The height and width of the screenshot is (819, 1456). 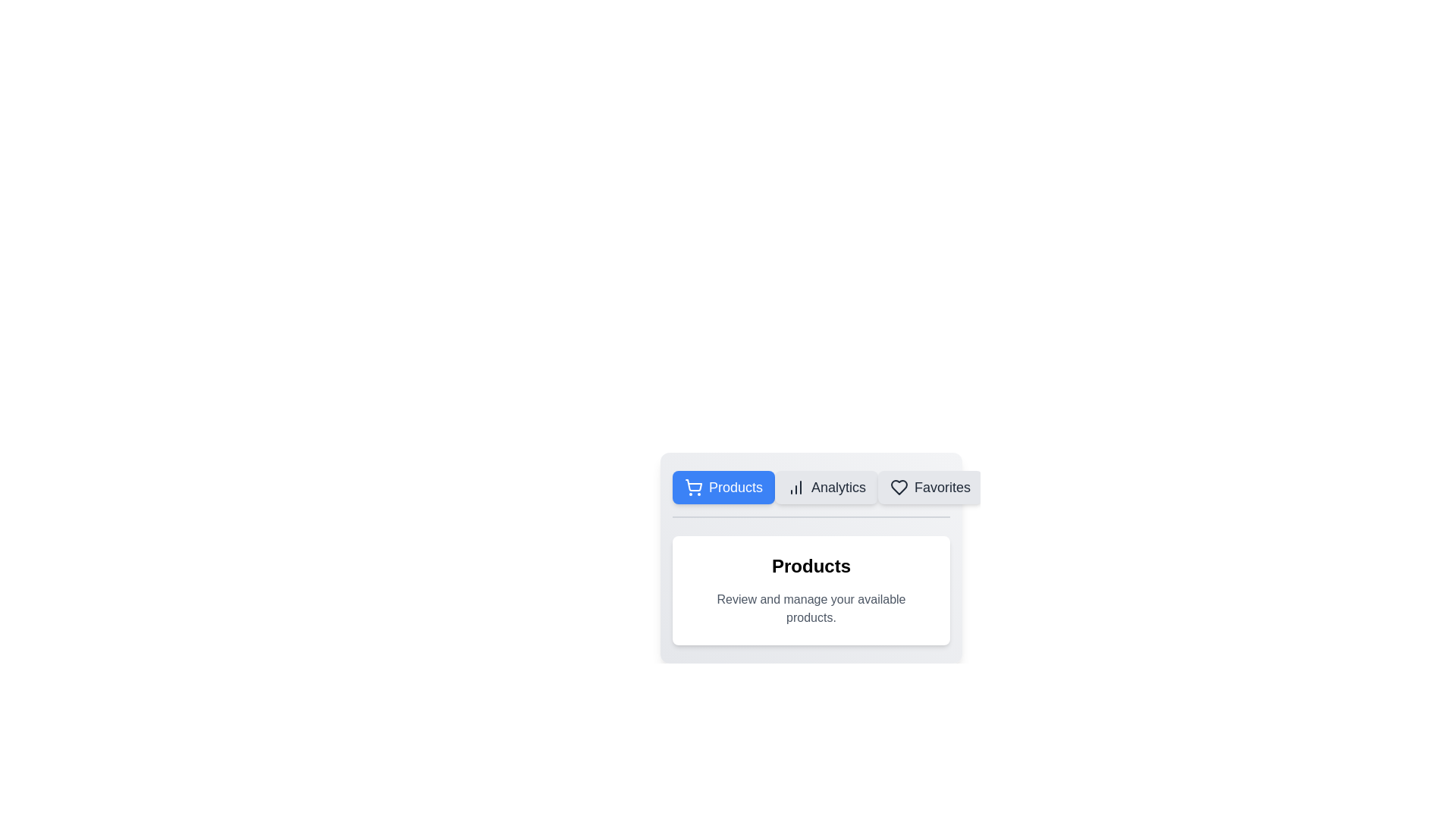 What do you see at coordinates (838, 488) in the screenshot?
I see `the 'Analytics' text label, which is part of the second button in the horizontal navigation menu` at bounding box center [838, 488].